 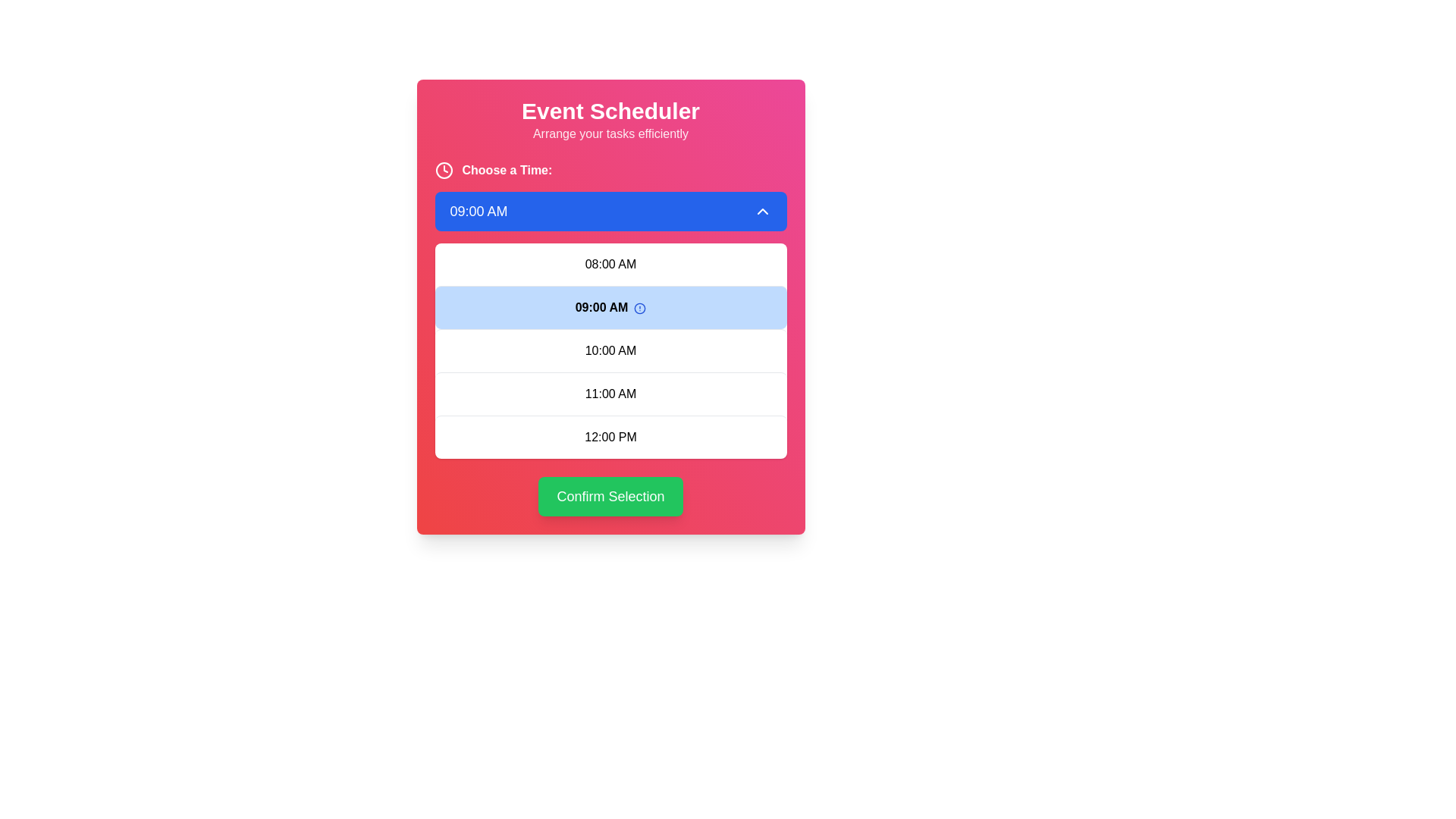 I want to click on the selectable time option '11:00 AM' in the scheduling interface, so click(x=610, y=393).